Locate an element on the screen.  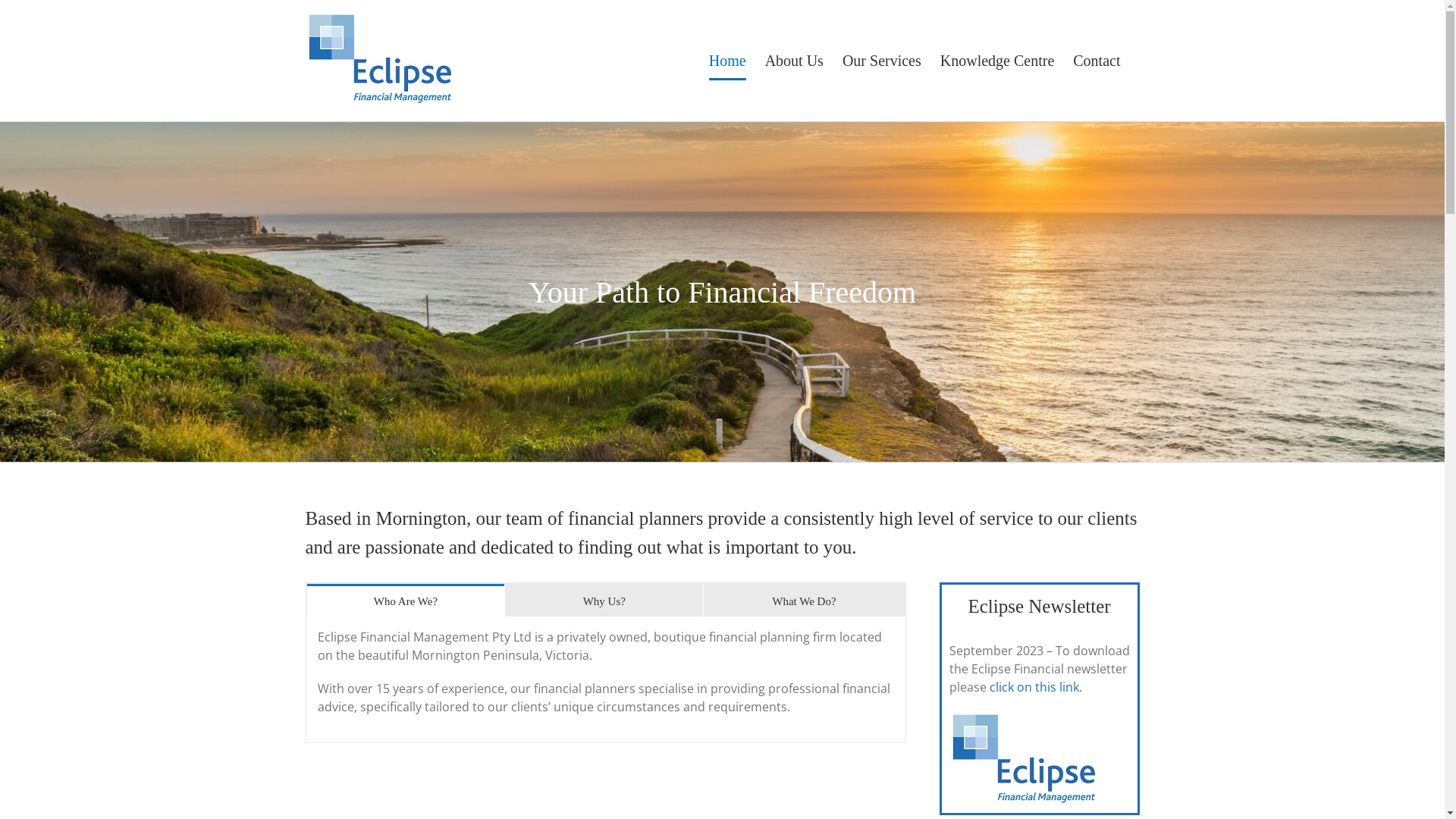
'click on this link.' is located at coordinates (1034, 687).